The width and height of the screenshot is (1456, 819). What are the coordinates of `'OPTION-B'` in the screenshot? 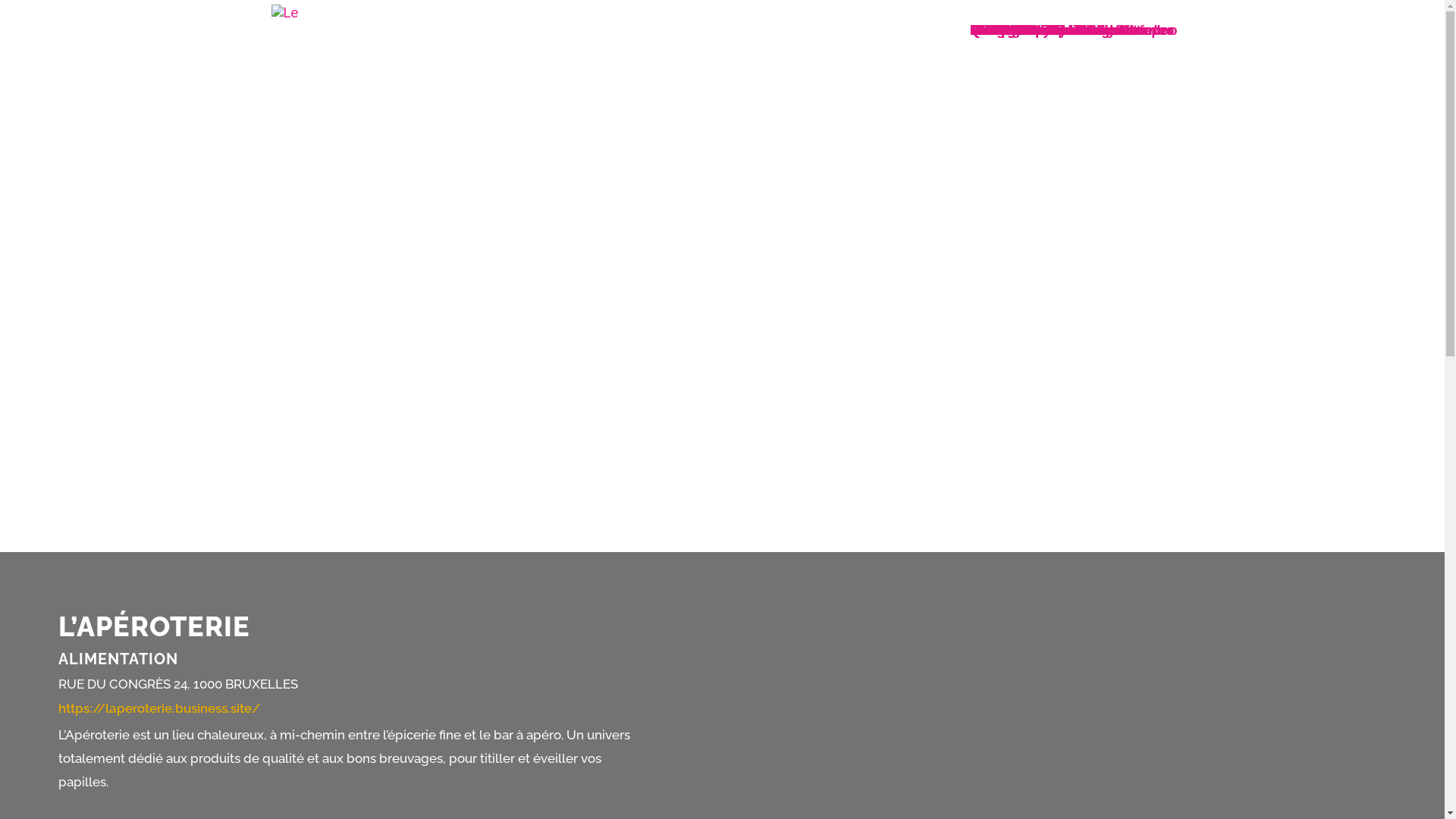 It's located at (1003, 30).